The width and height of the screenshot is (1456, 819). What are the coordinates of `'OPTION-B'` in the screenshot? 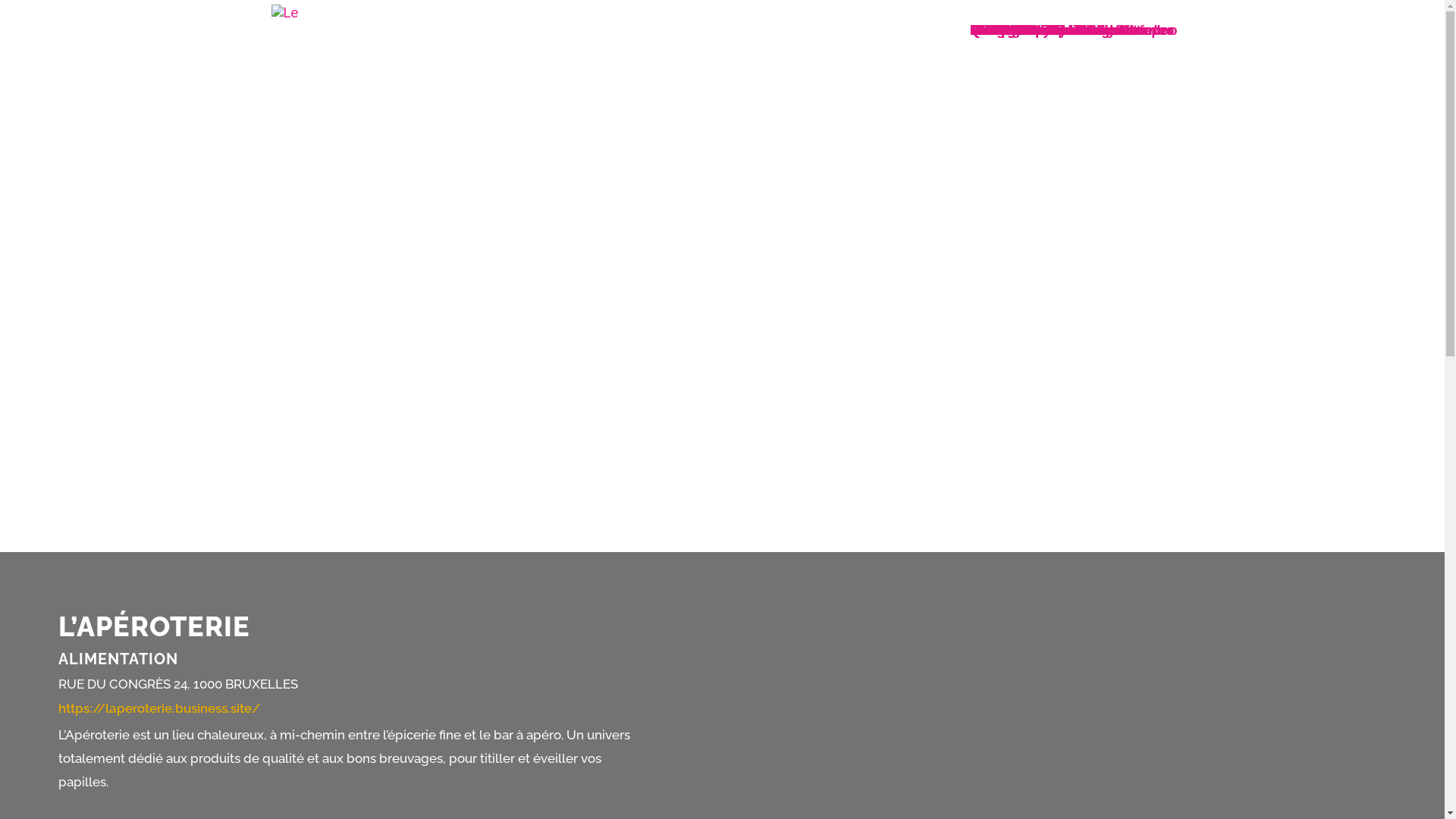 It's located at (1003, 30).